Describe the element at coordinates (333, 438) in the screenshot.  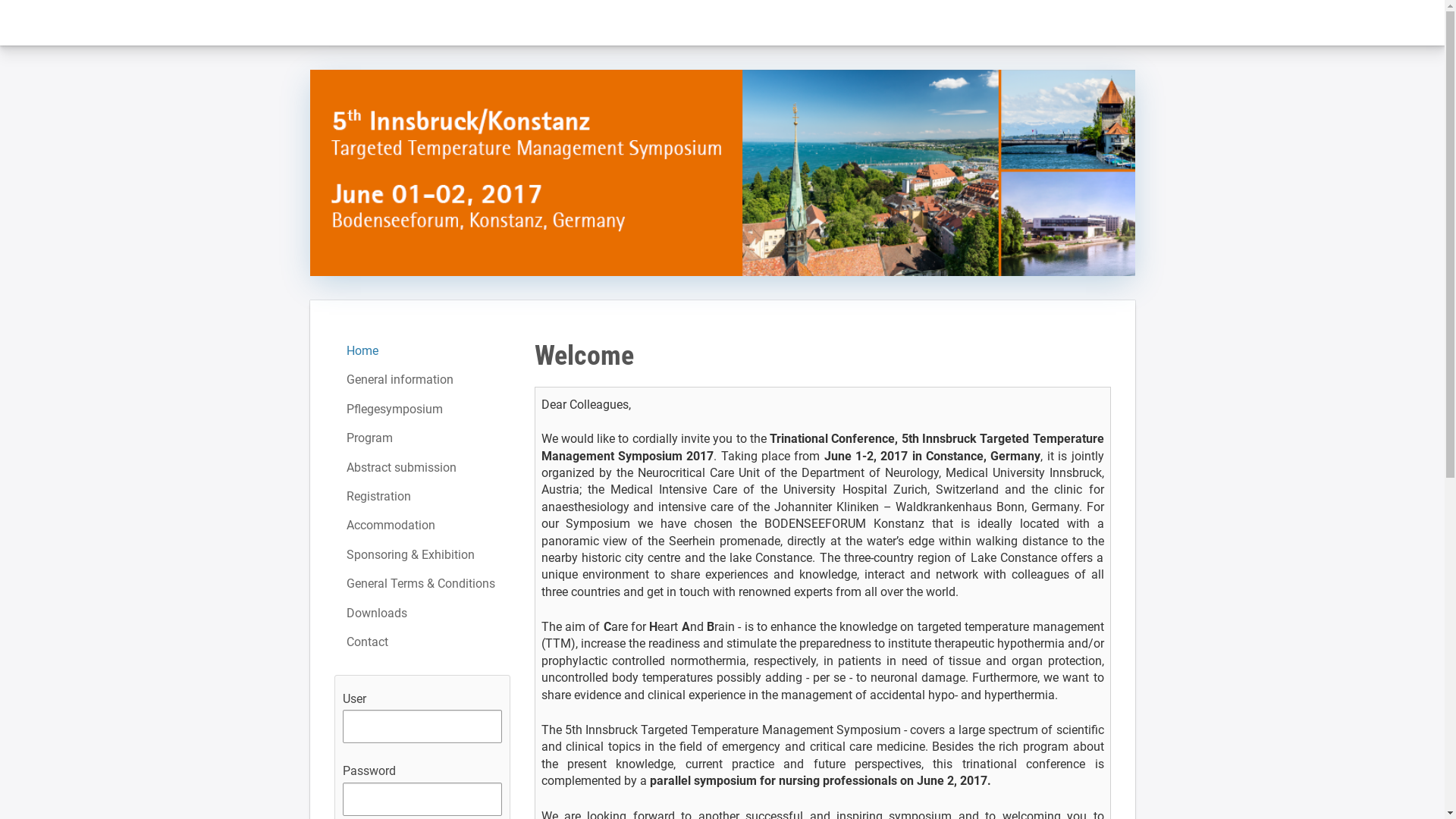
I see `'Program'` at that location.